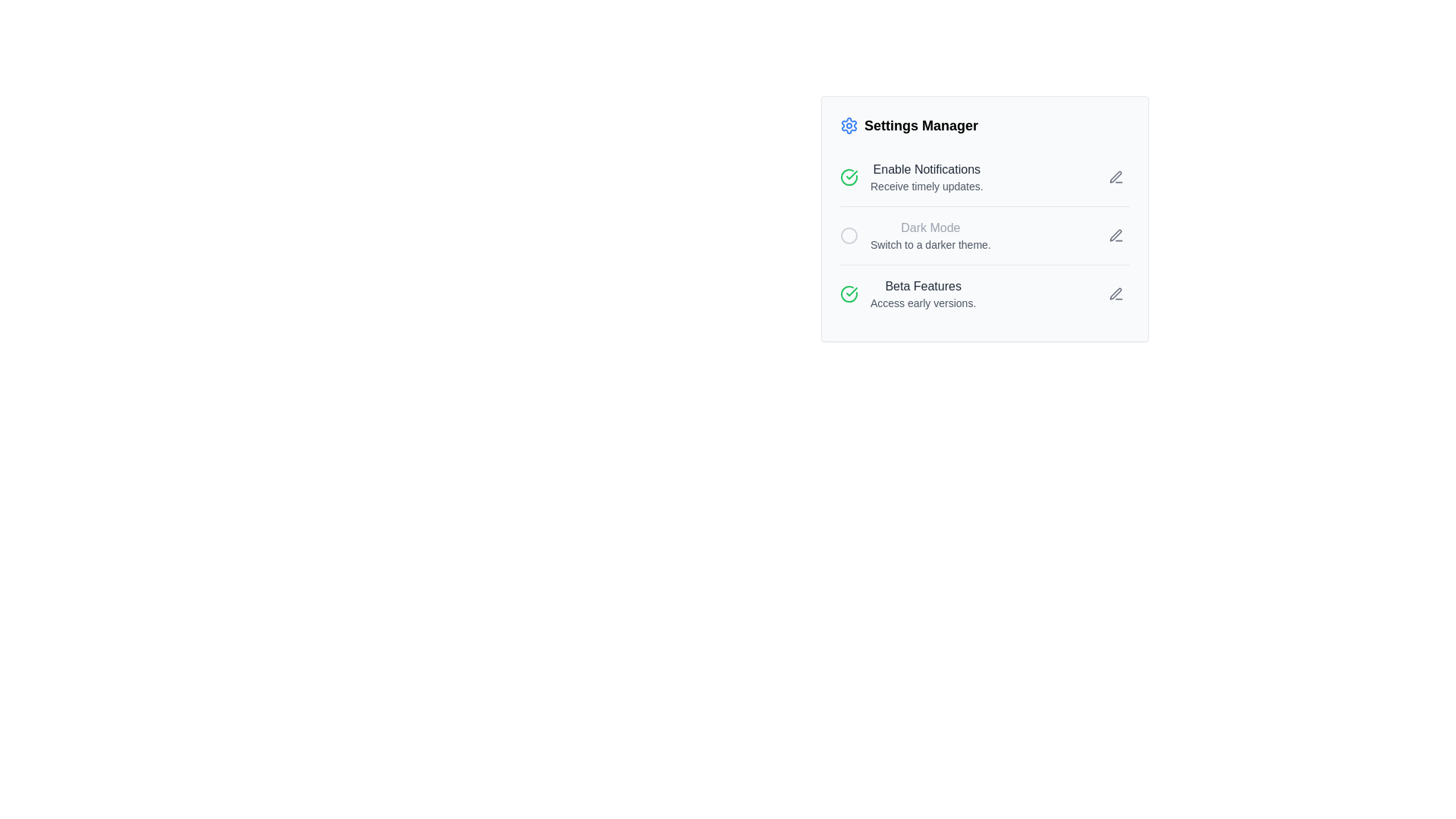  Describe the element at coordinates (1116, 294) in the screenshot. I see `the button located to the far right side of the 'Beta Features' section in the settings menu` at that location.